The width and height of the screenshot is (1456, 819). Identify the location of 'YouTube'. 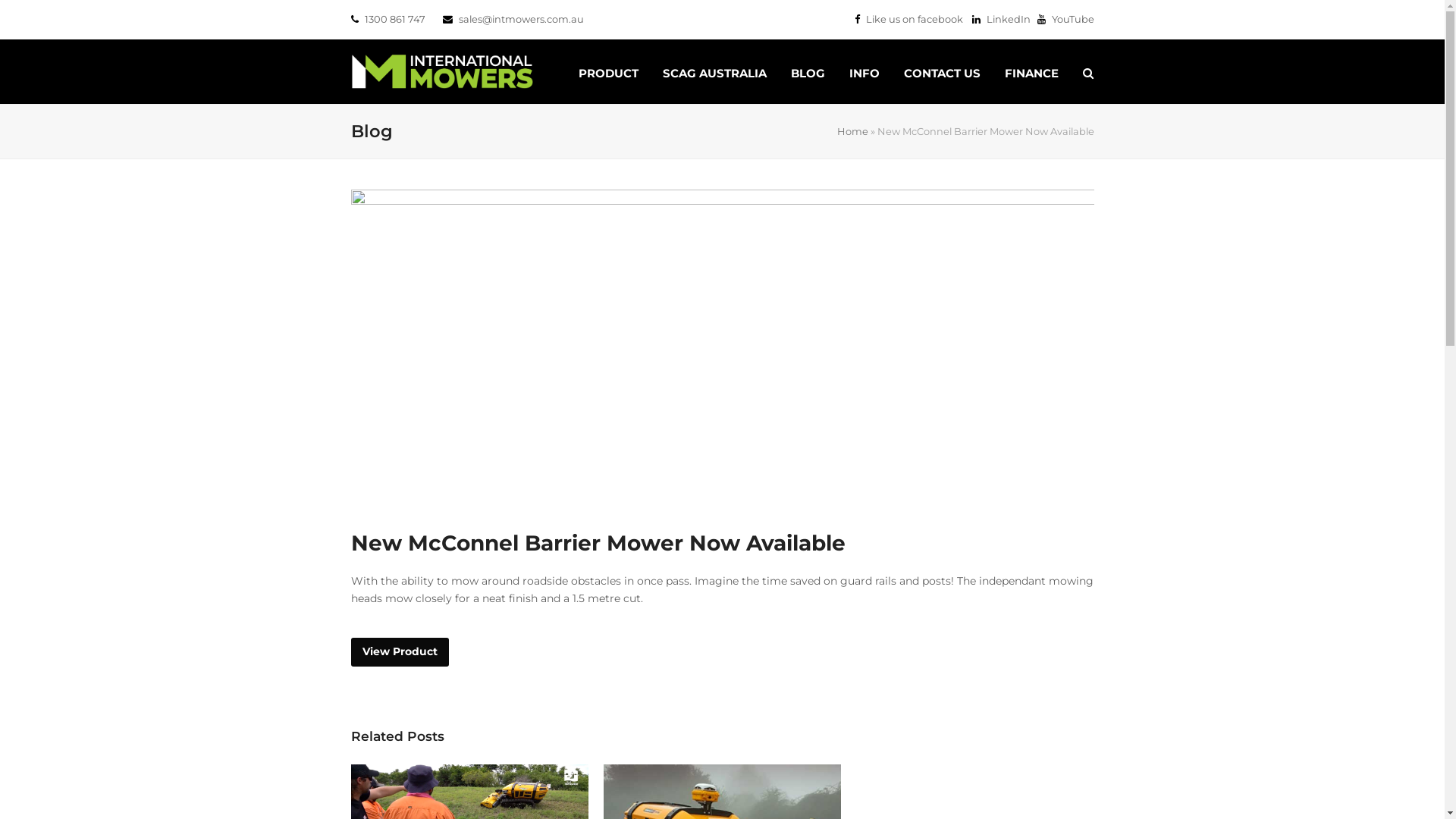
(1065, 18).